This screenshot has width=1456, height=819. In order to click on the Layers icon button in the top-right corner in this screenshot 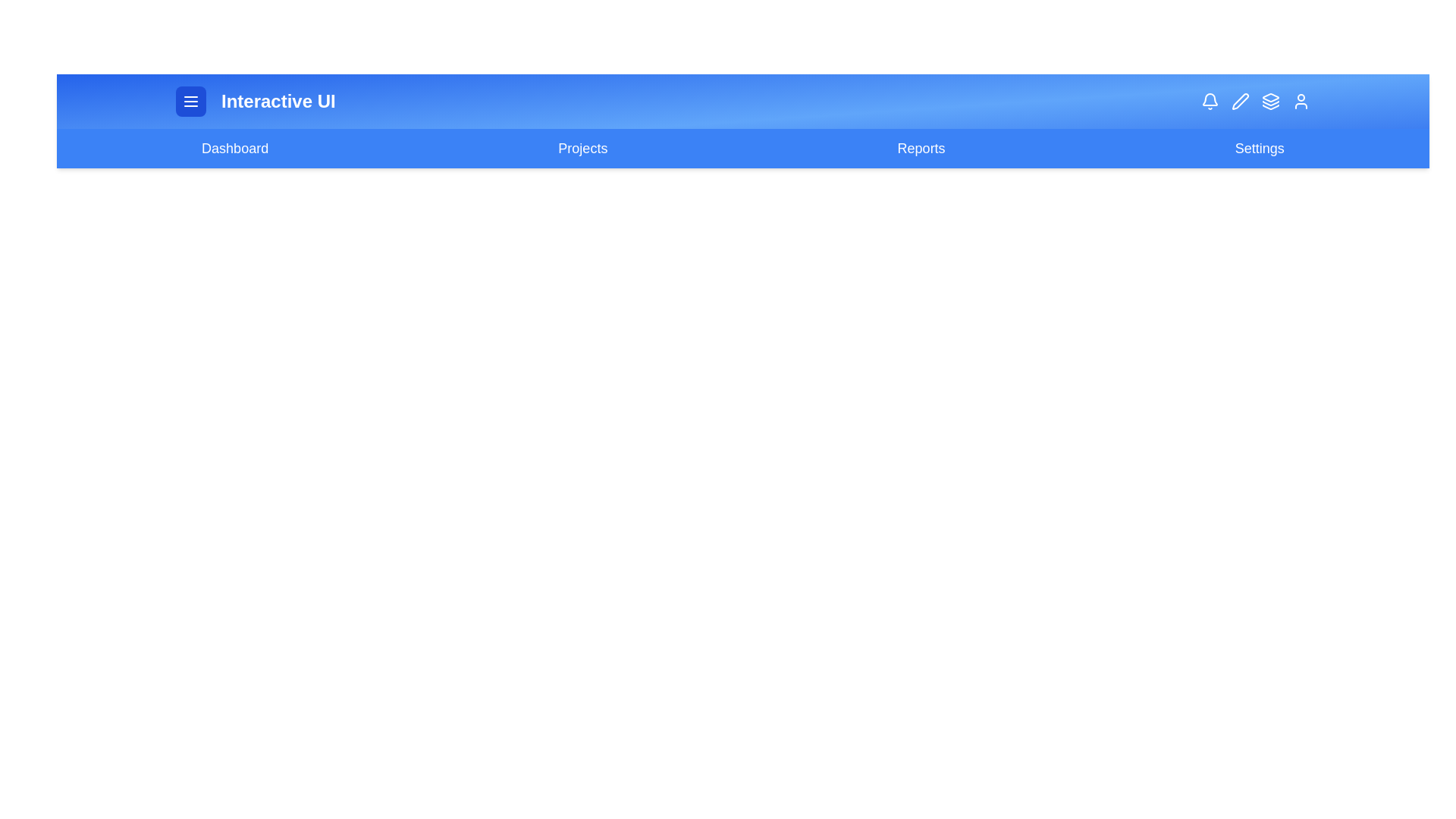, I will do `click(1270, 102)`.